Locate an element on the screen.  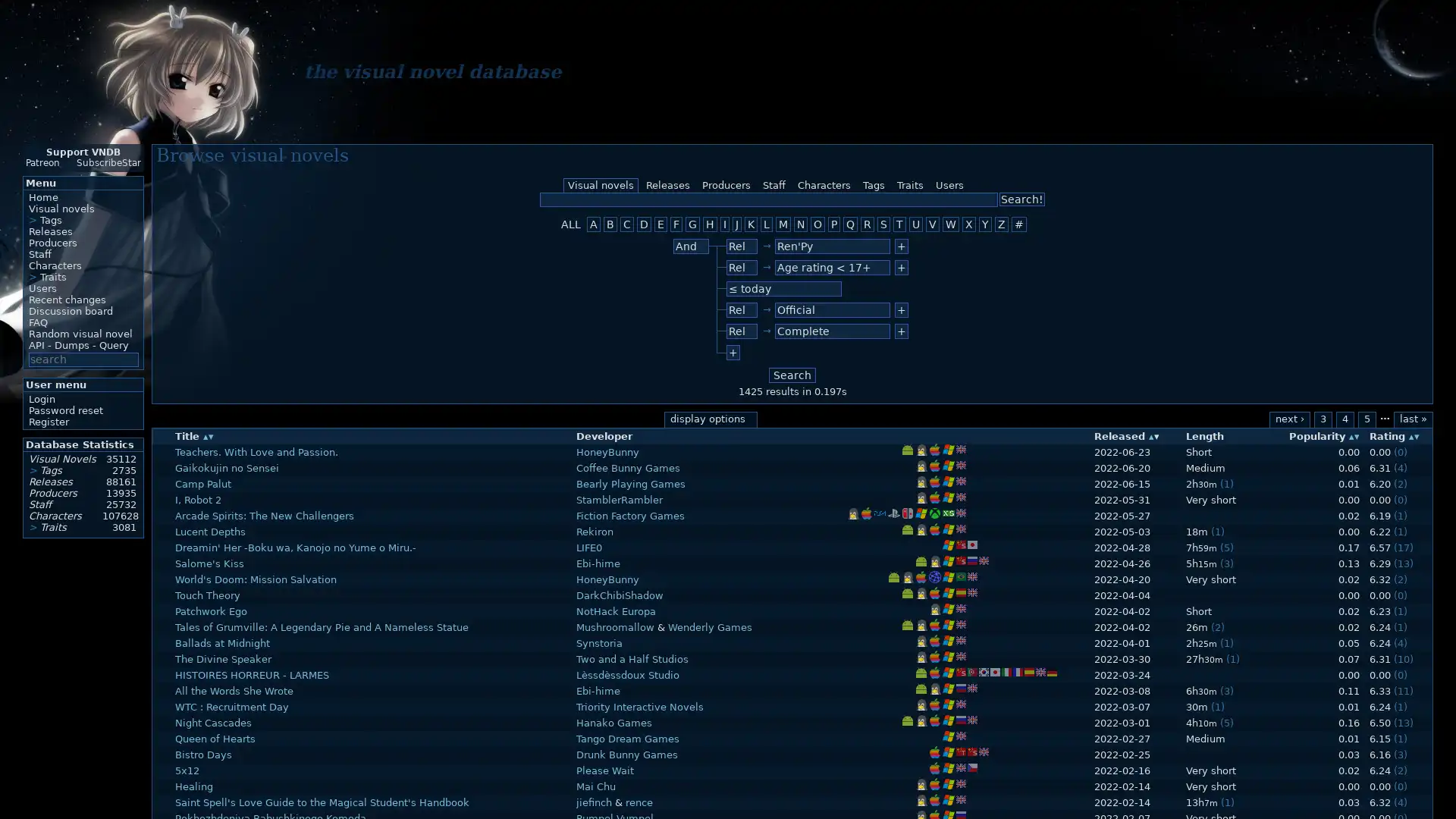
ALL is located at coordinates (570, 224).